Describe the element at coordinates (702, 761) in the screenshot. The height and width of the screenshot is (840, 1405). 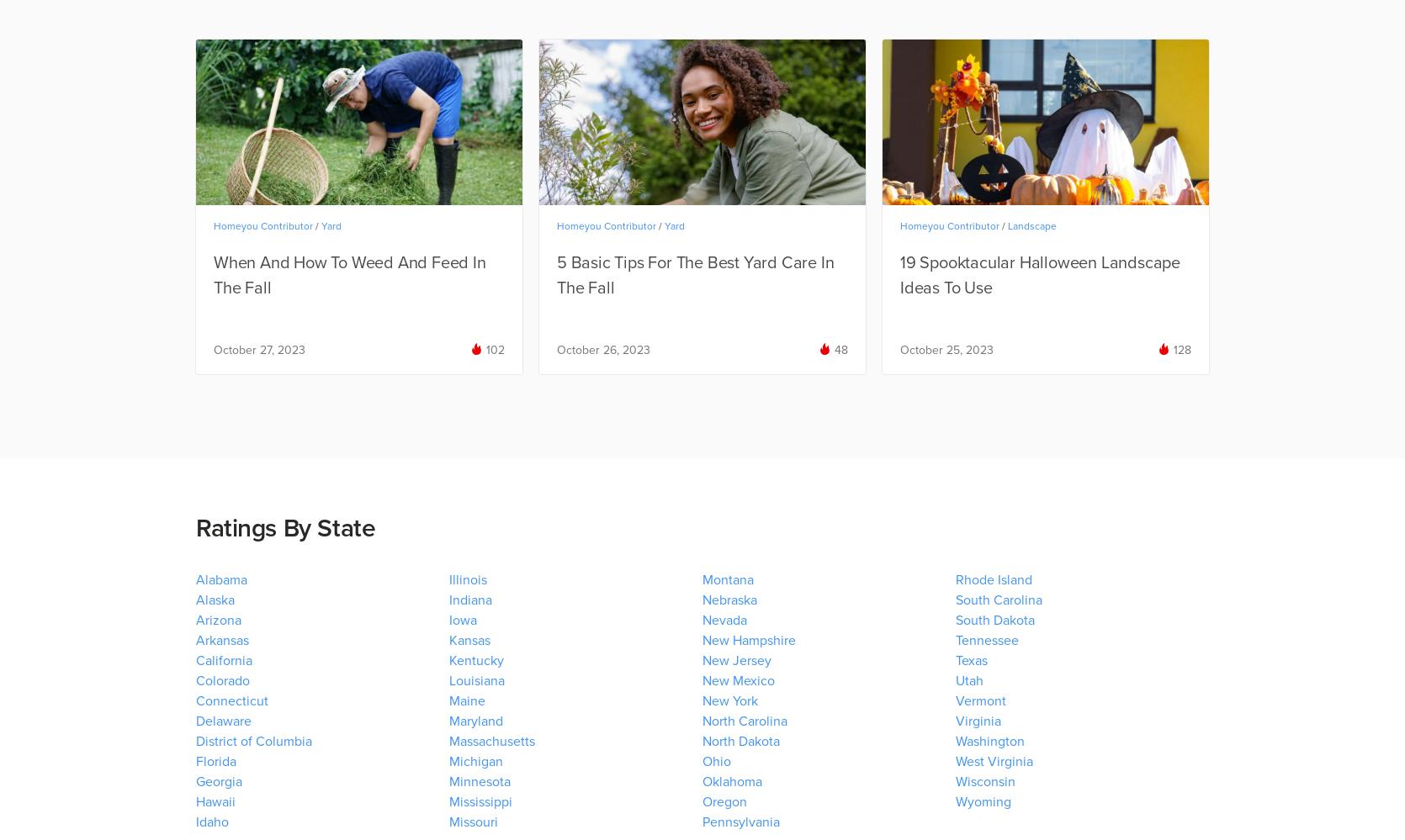
I see `'Ohio'` at that location.